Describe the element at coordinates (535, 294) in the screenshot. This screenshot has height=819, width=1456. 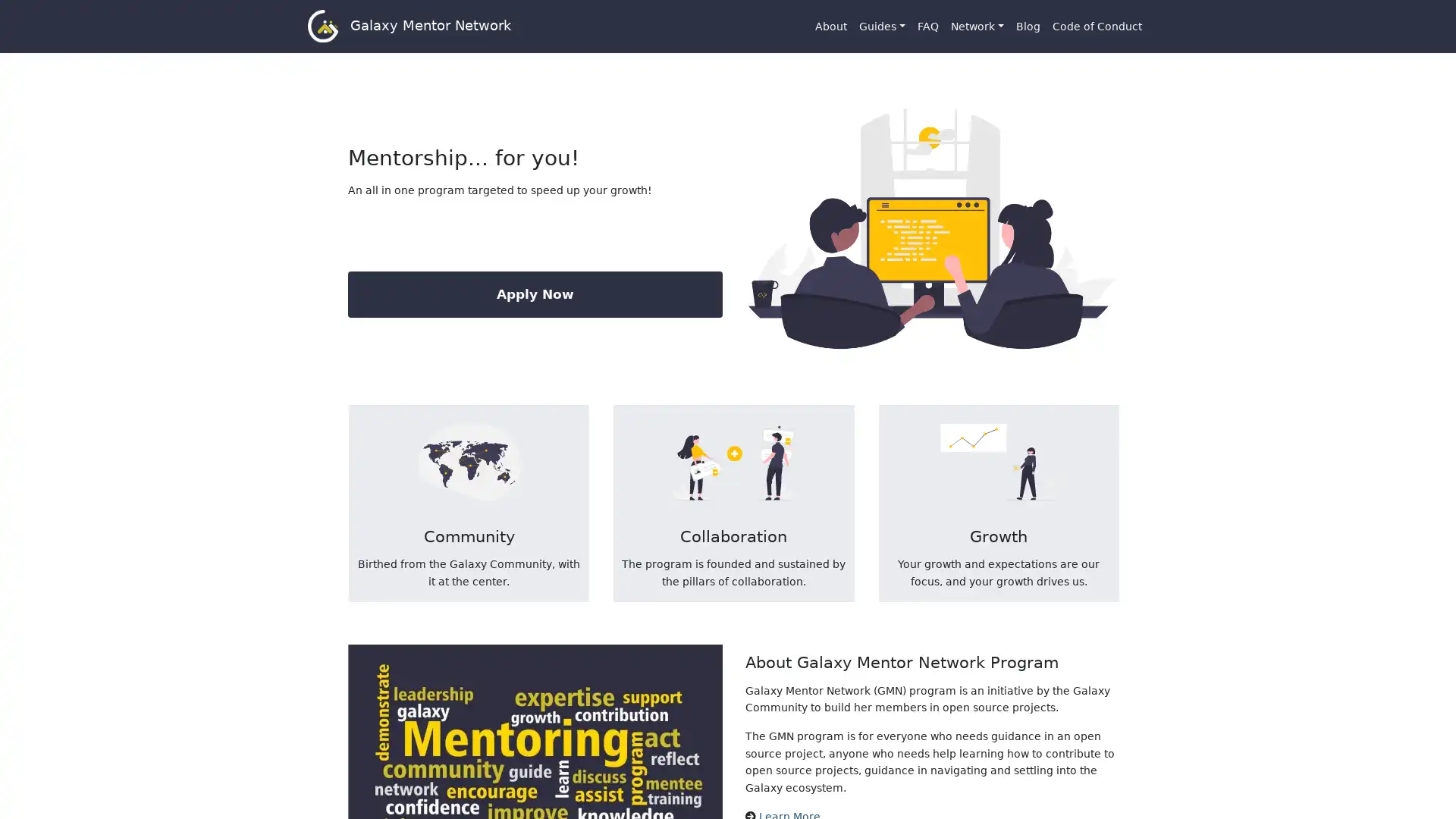
I see `Apply Now` at that location.